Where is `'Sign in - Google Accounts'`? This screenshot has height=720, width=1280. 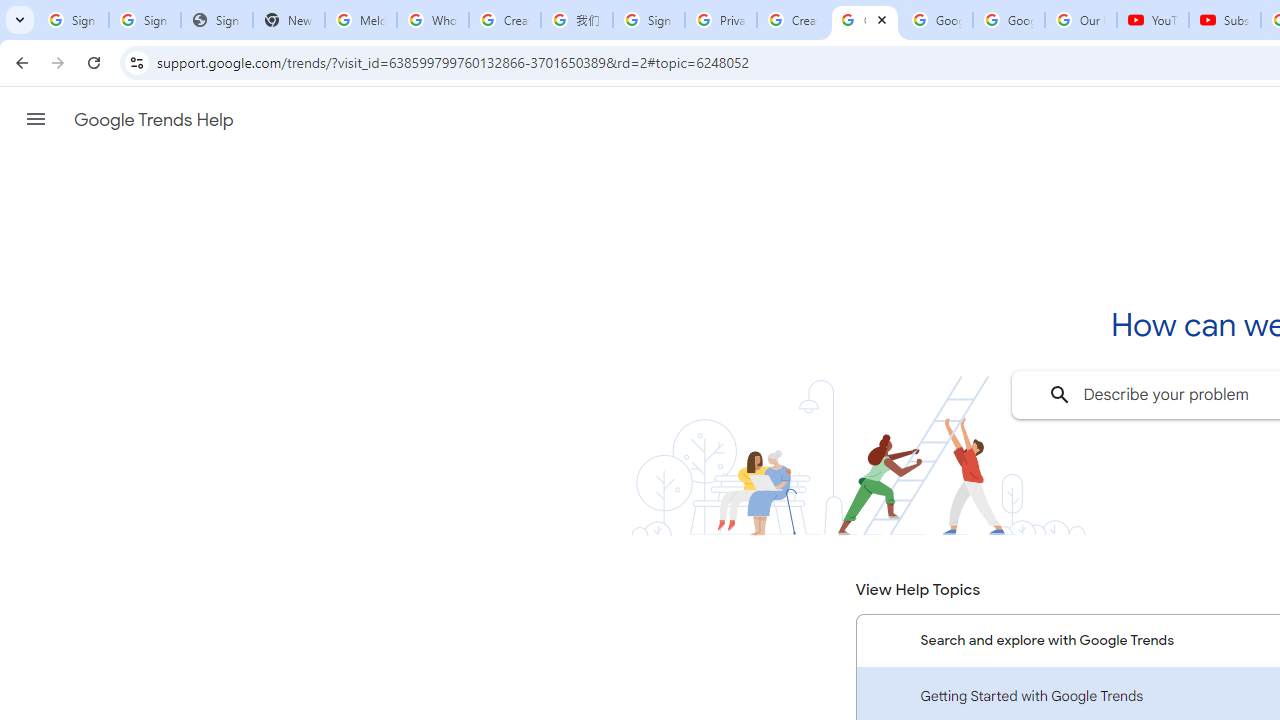
'Sign in - Google Accounts' is located at coordinates (648, 20).